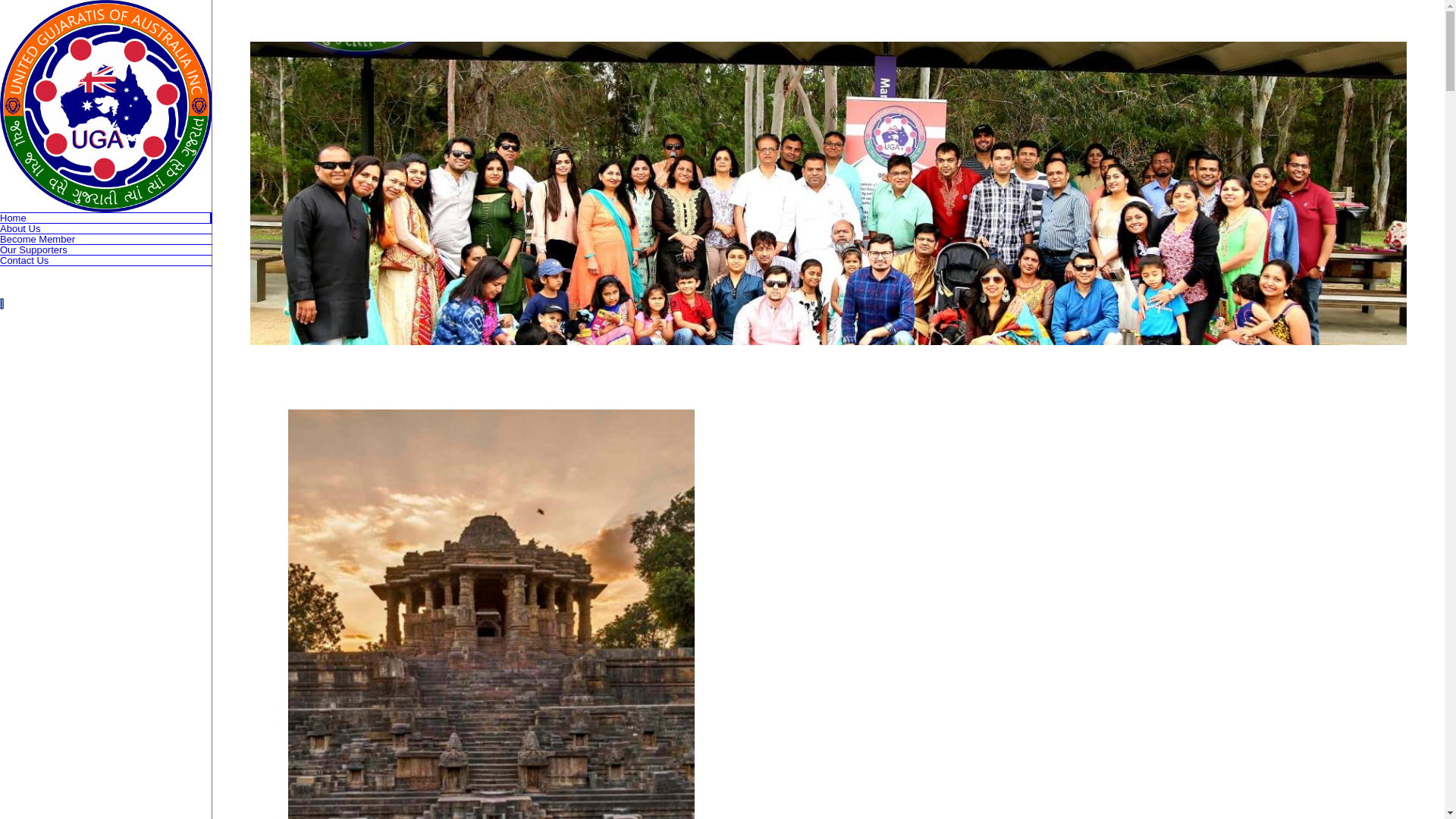  What do you see at coordinates (105, 228) in the screenshot?
I see `'About Us'` at bounding box center [105, 228].